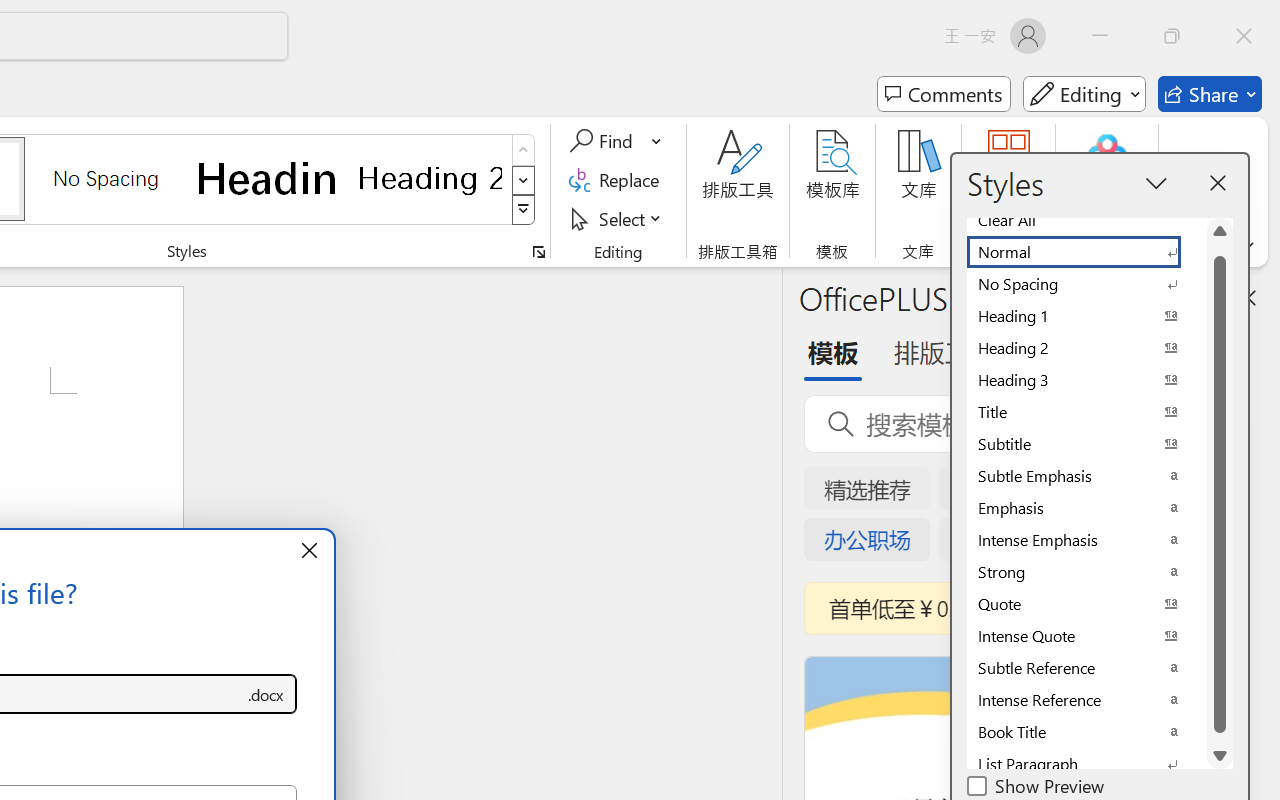  Describe the element at coordinates (524, 210) in the screenshot. I see `'Class: NetUIImage'` at that location.